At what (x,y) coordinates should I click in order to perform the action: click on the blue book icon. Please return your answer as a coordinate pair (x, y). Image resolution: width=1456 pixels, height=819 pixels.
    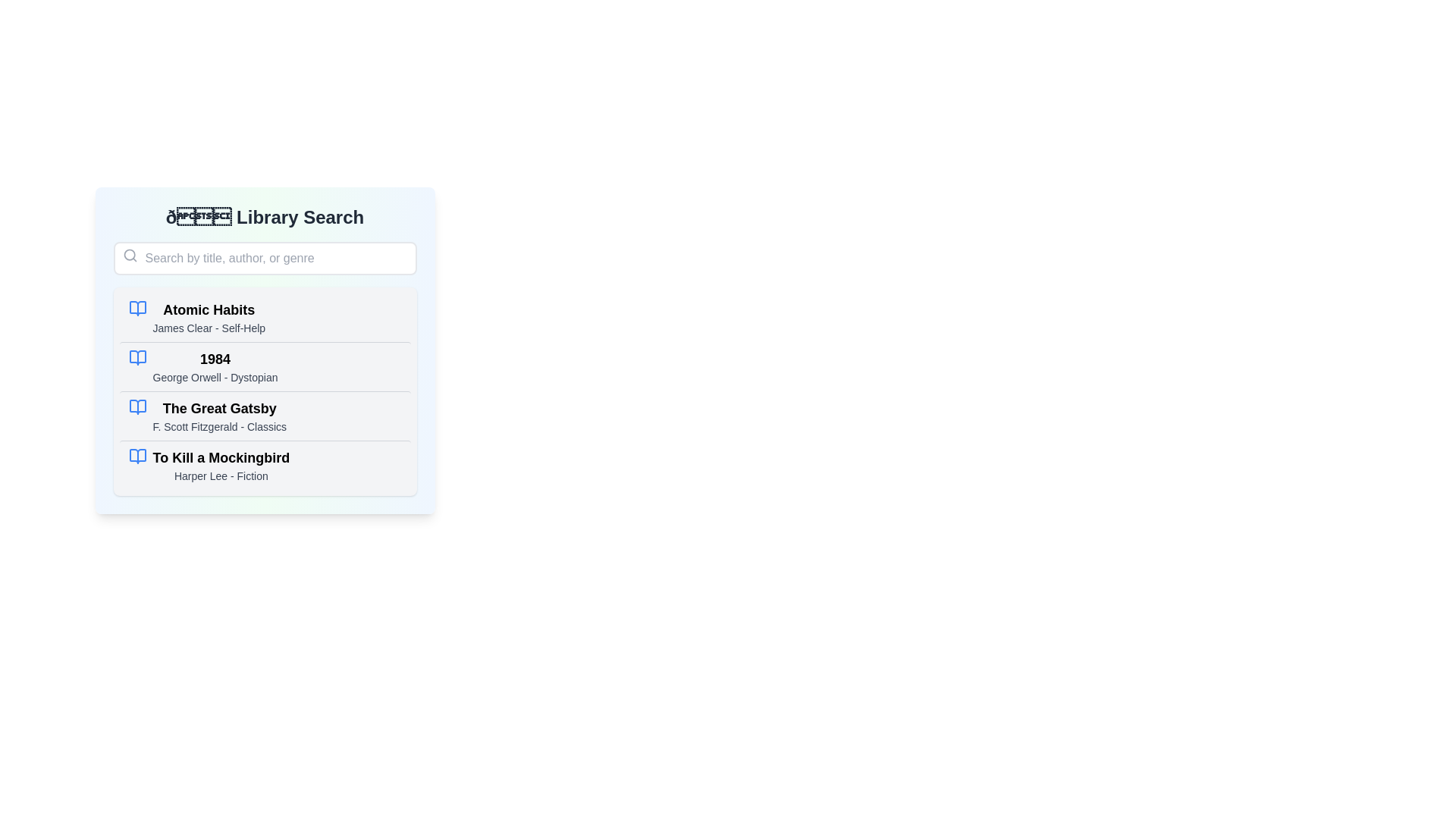
    Looking at the image, I should click on (137, 357).